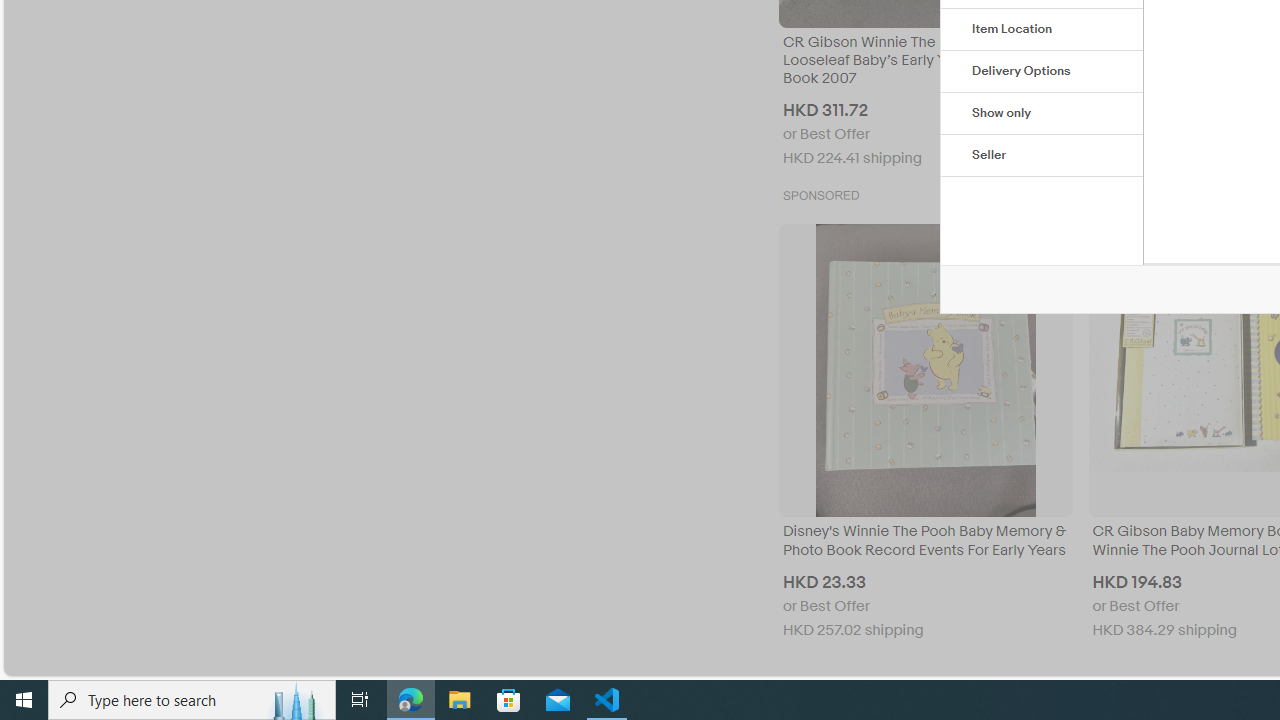  I want to click on 'Item Location', so click(1041, 29).